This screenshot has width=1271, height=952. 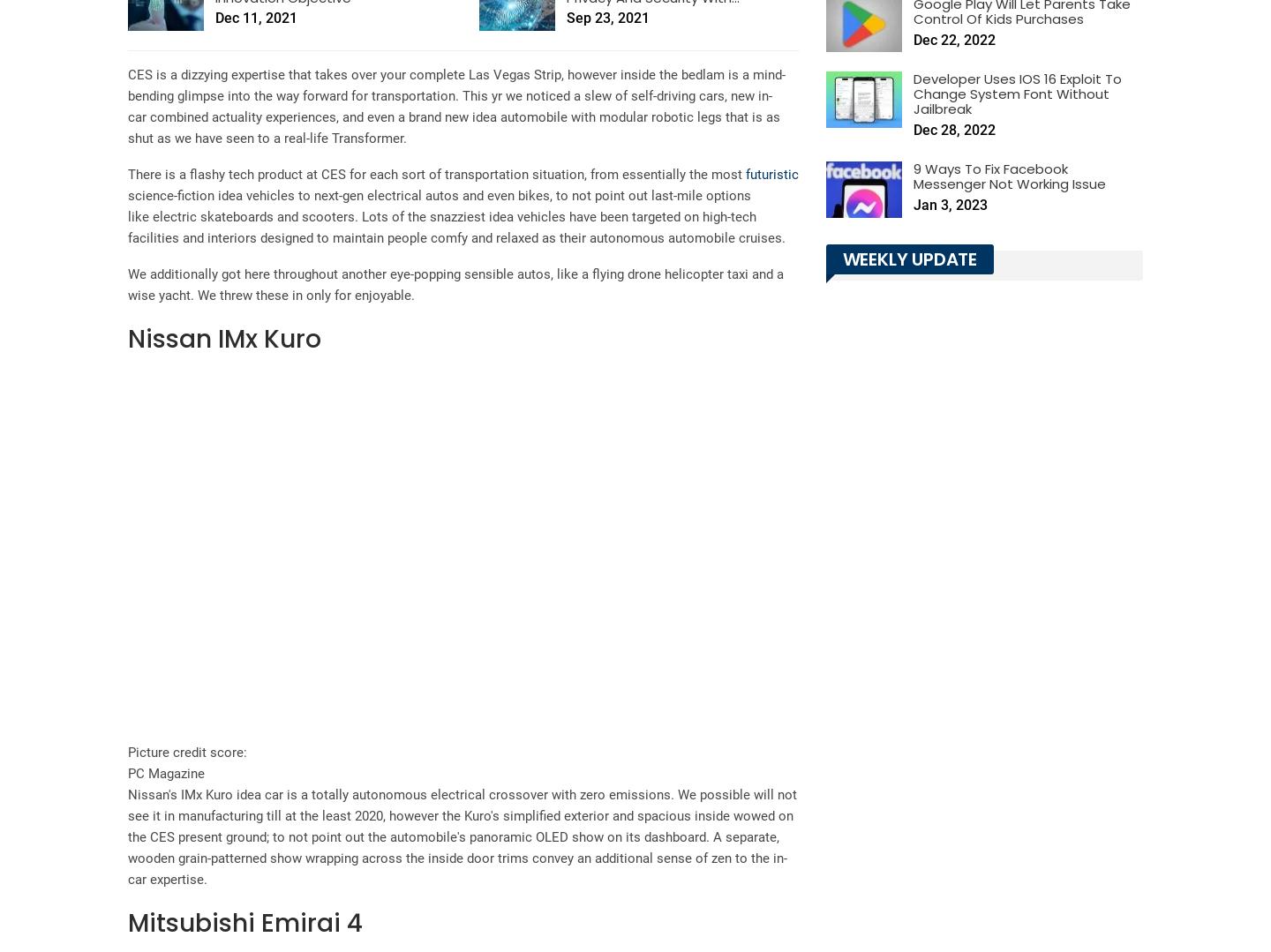 What do you see at coordinates (166, 773) in the screenshot?
I see `'PC Magazine'` at bounding box center [166, 773].